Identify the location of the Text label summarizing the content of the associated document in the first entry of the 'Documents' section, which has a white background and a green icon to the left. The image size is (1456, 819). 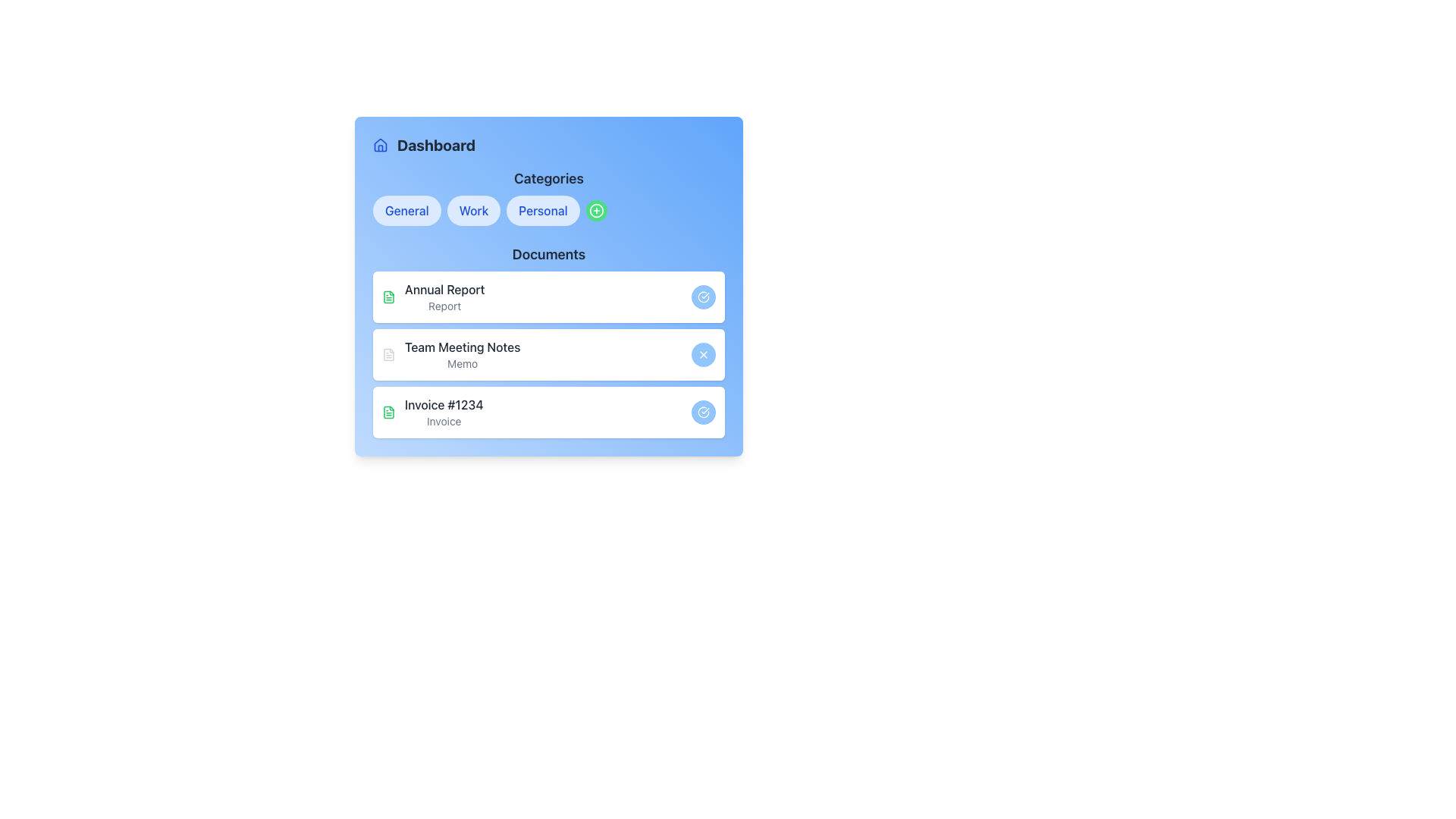
(444, 297).